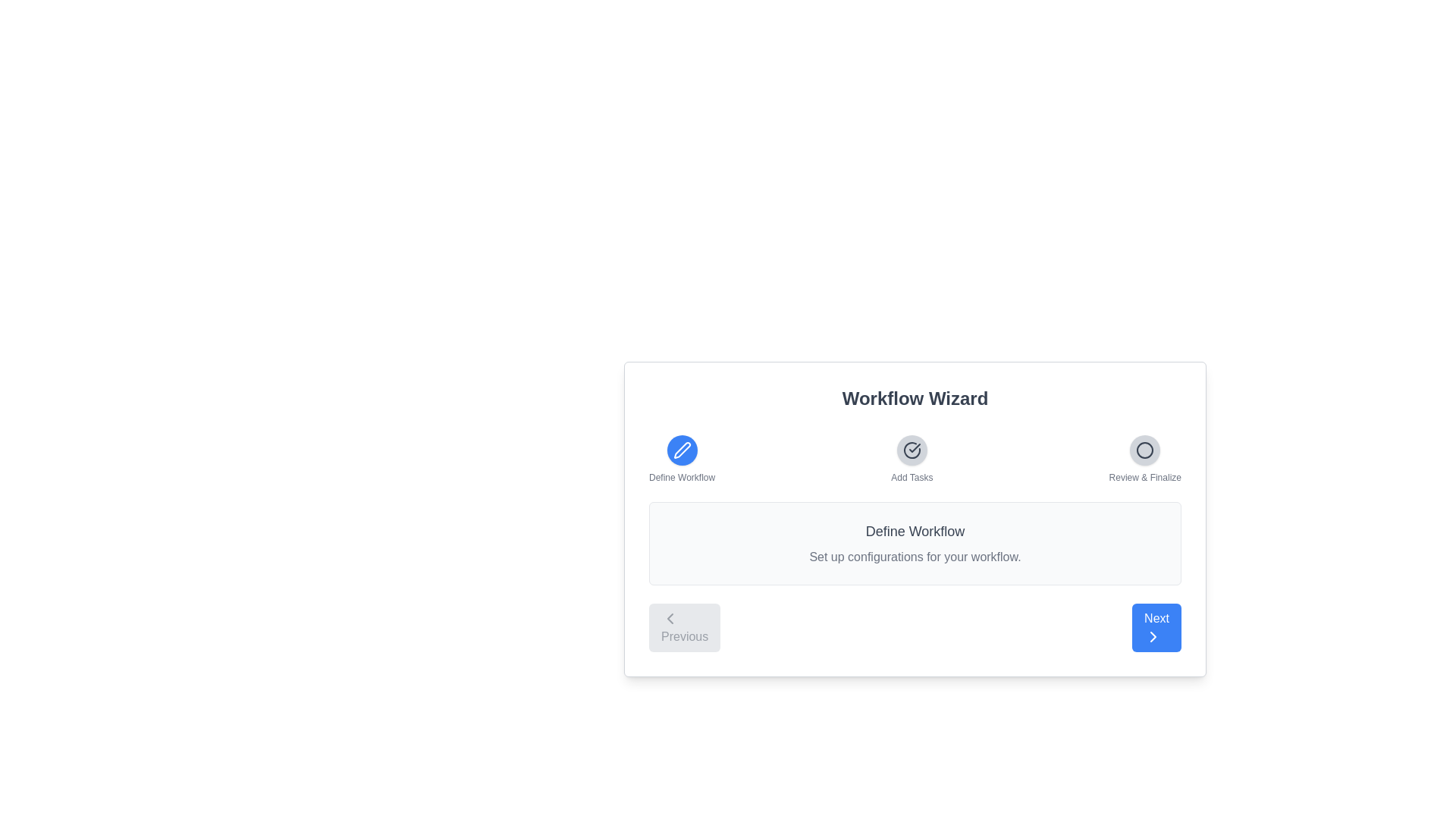 This screenshot has height=819, width=1456. I want to click on the status of the right-facing chevron icon located inside the blue 'Next' button in the bottom-right corner of the card interface, so click(1153, 637).